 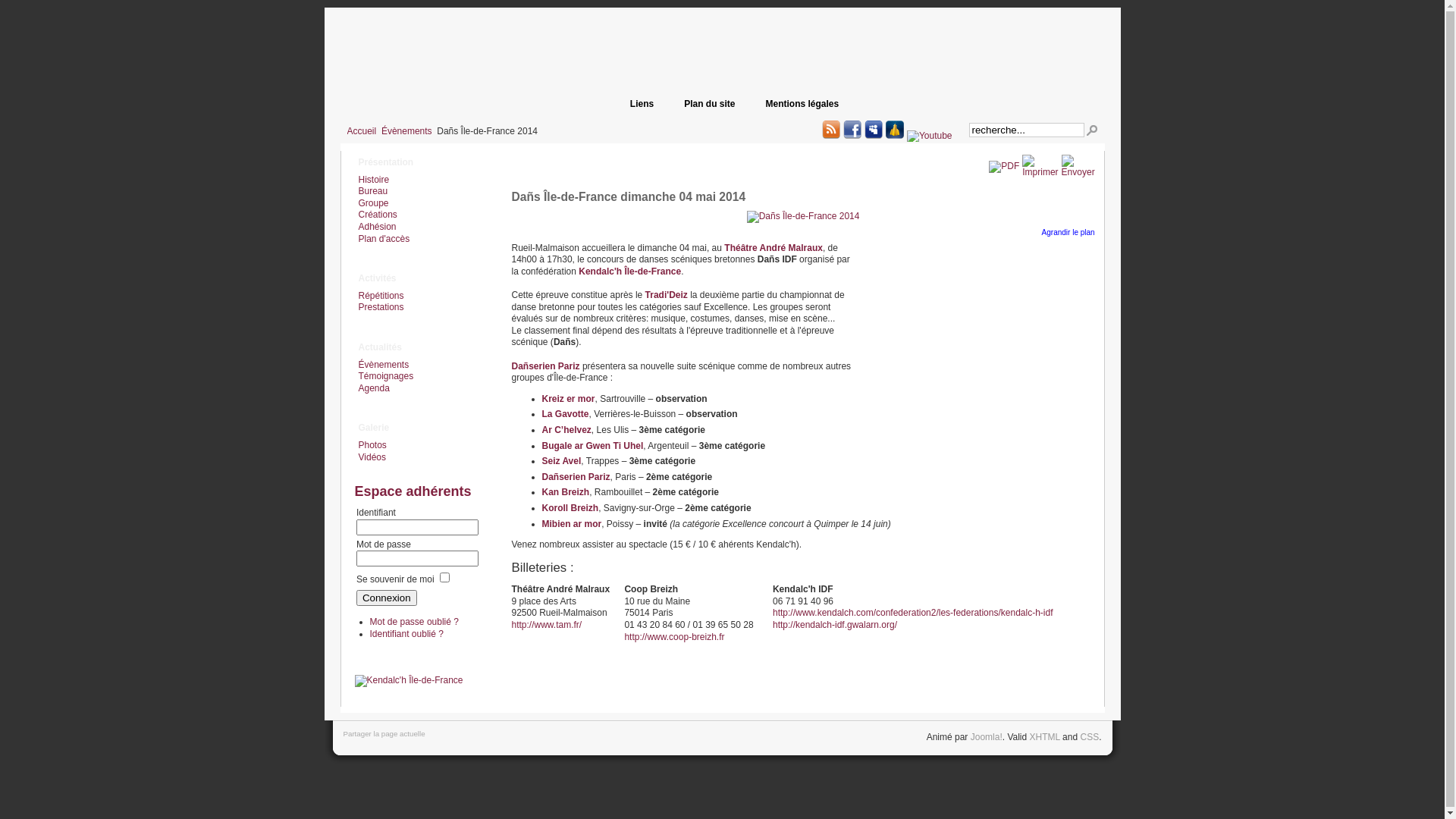 What do you see at coordinates (1043, 736) in the screenshot?
I see `'XHTML'` at bounding box center [1043, 736].